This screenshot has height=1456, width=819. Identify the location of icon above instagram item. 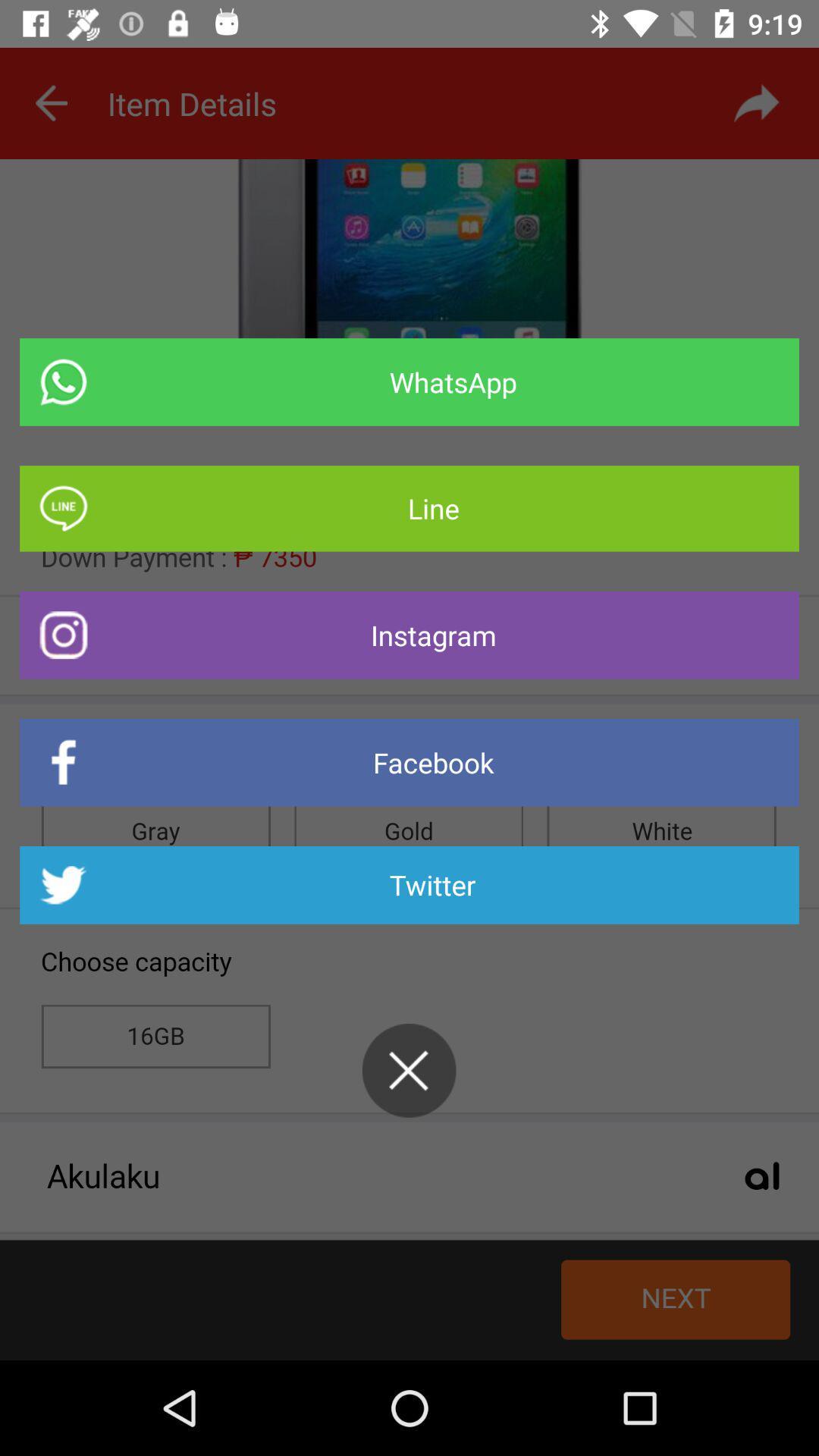
(409, 508).